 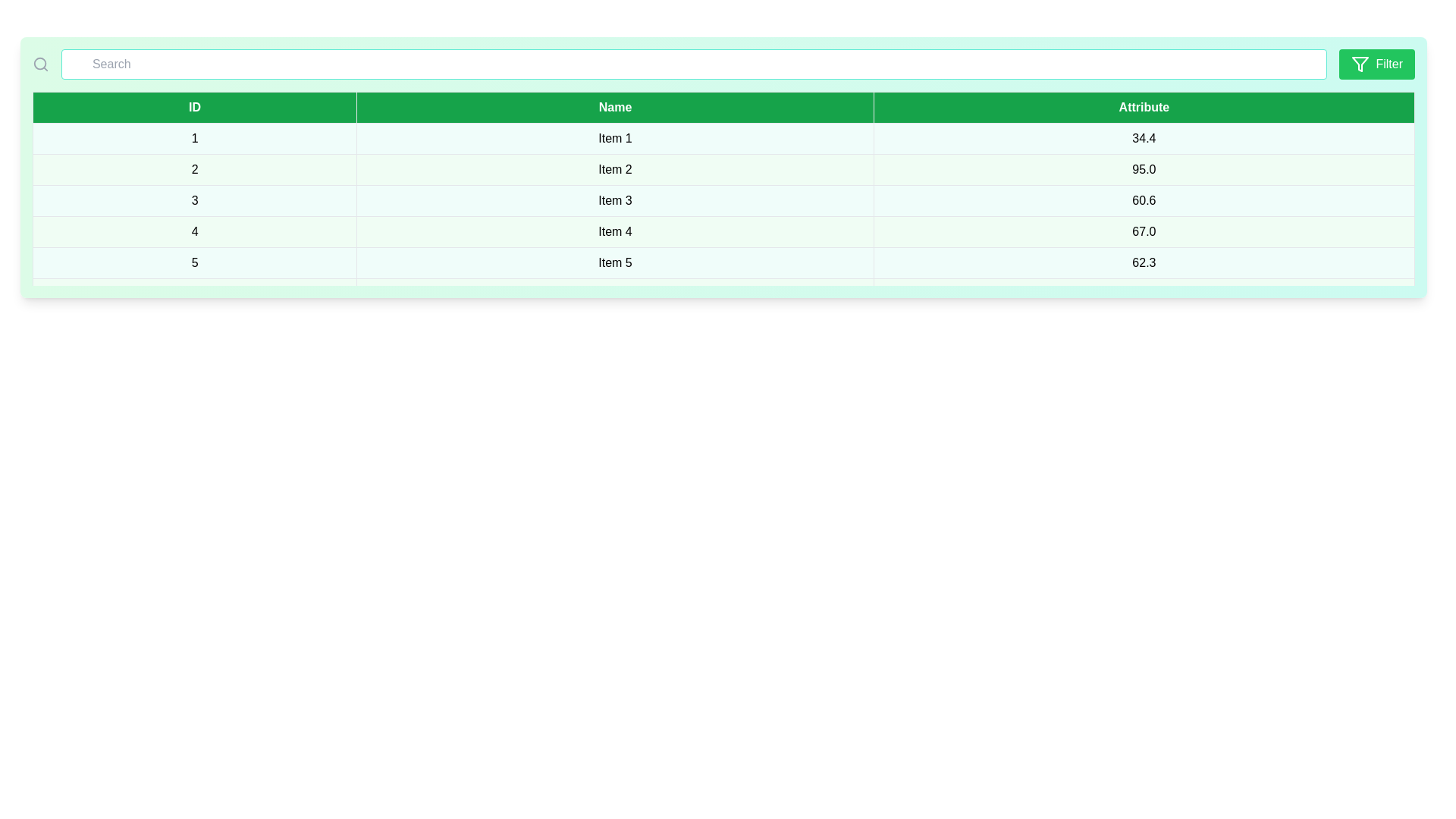 I want to click on the row corresponding to 2, so click(x=378, y=189).